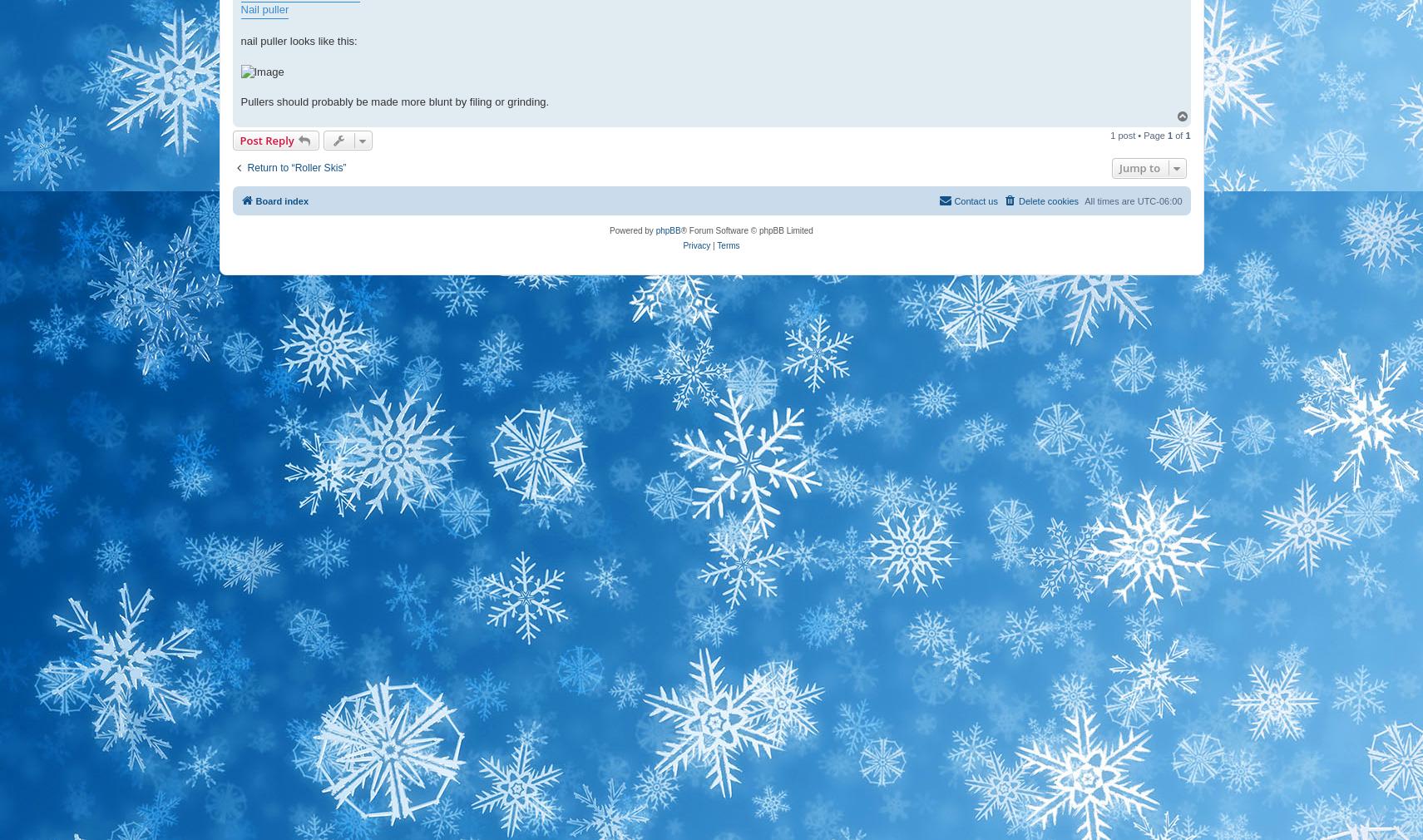 Image resolution: width=1423 pixels, height=840 pixels. What do you see at coordinates (247, 167) in the screenshot?
I see `'Return to “Roller Skis”'` at bounding box center [247, 167].